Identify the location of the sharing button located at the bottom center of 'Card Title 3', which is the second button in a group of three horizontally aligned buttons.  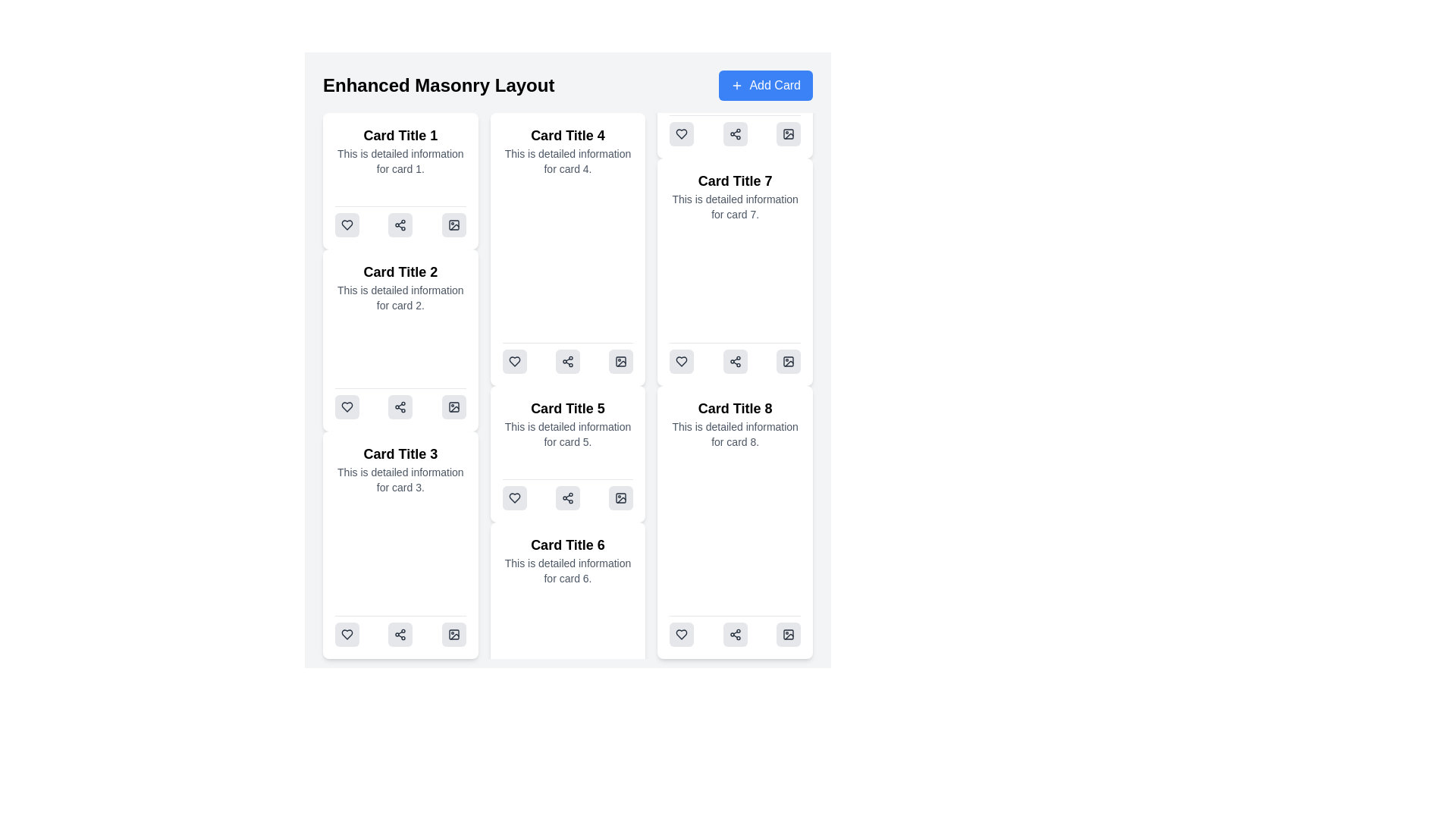
(400, 635).